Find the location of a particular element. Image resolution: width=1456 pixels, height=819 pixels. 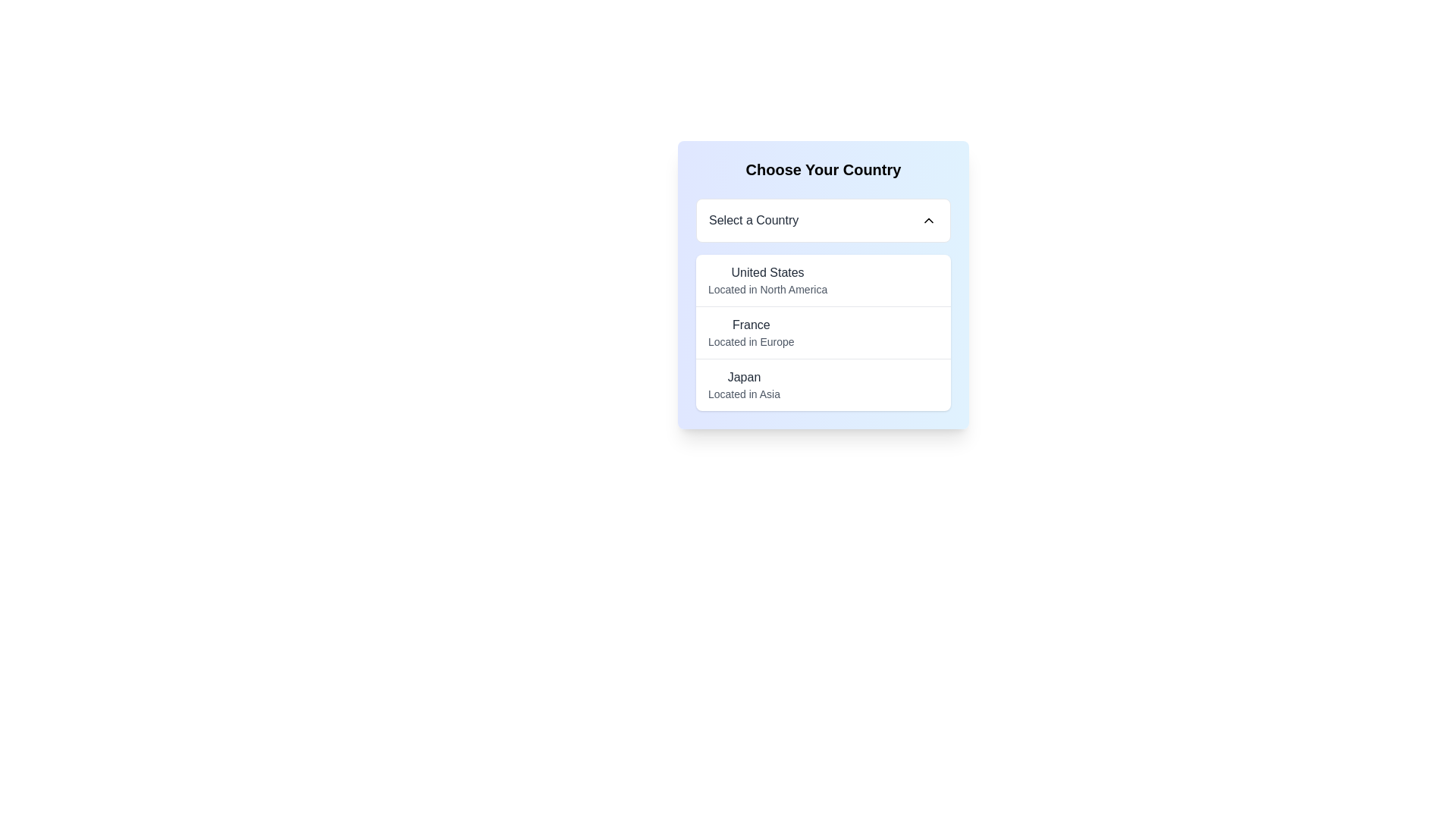

the selectable list item for 'Japan' in the dropdown menu titled 'Choose Your Country' is located at coordinates (744, 384).